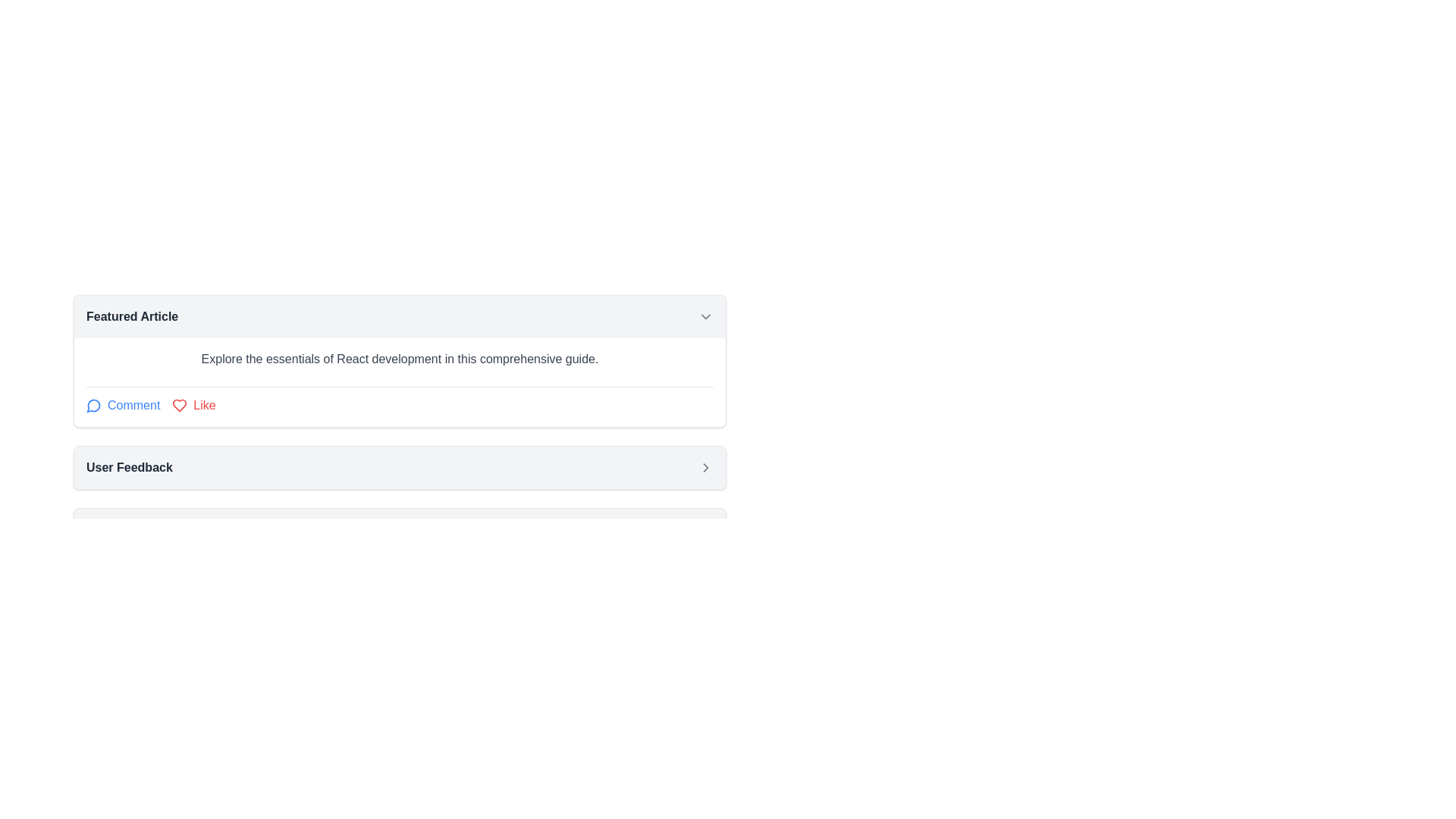 The height and width of the screenshot is (819, 1456). I want to click on the decorative or functional 'Like' icon located in the lower section of the 'Featured Article' panel, next to the 'Comment' button, so click(180, 405).